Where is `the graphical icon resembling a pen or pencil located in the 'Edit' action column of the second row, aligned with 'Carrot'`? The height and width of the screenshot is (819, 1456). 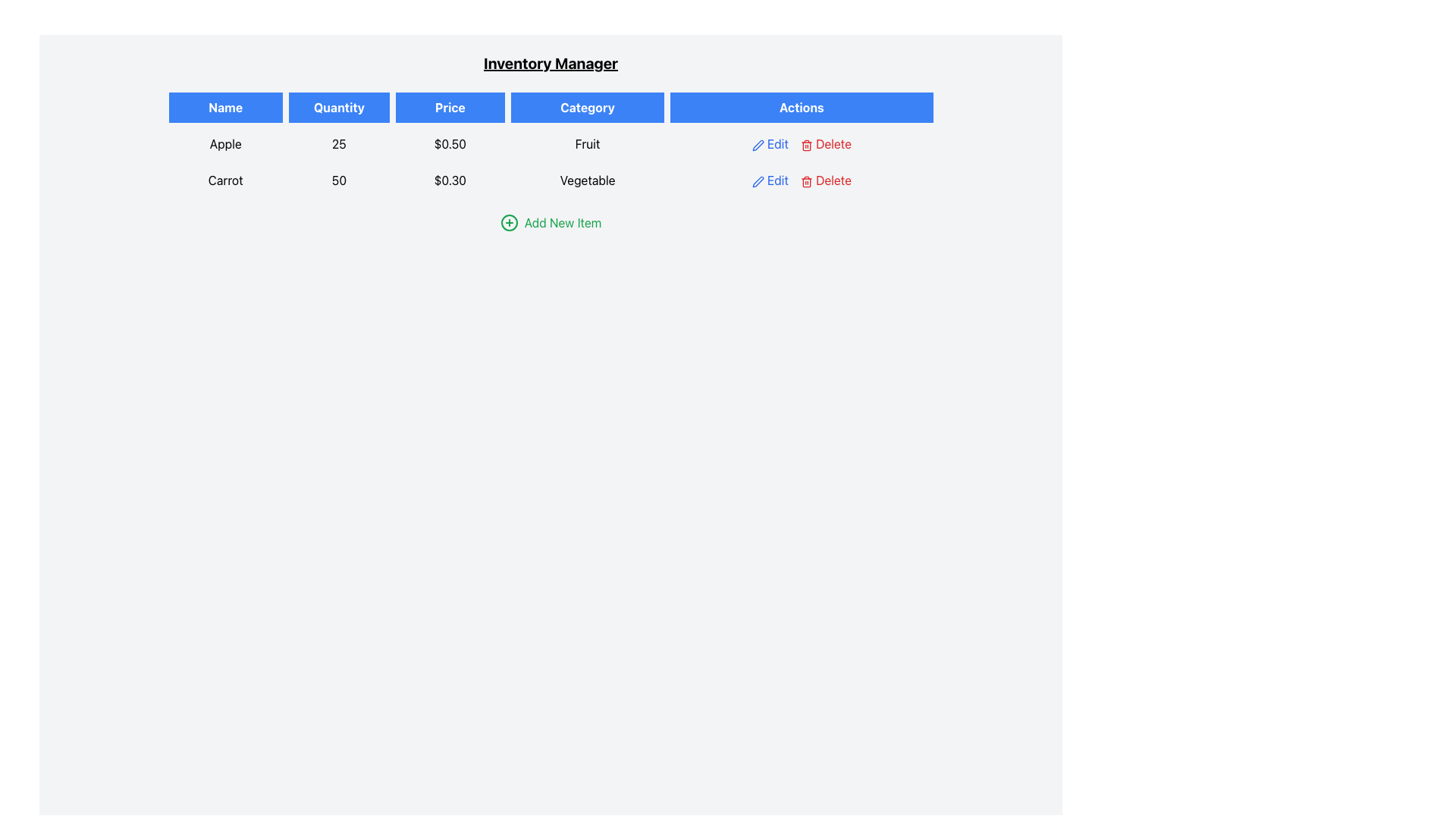 the graphical icon resembling a pen or pencil located in the 'Edit' action column of the second row, aligned with 'Carrot' is located at coordinates (758, 180).